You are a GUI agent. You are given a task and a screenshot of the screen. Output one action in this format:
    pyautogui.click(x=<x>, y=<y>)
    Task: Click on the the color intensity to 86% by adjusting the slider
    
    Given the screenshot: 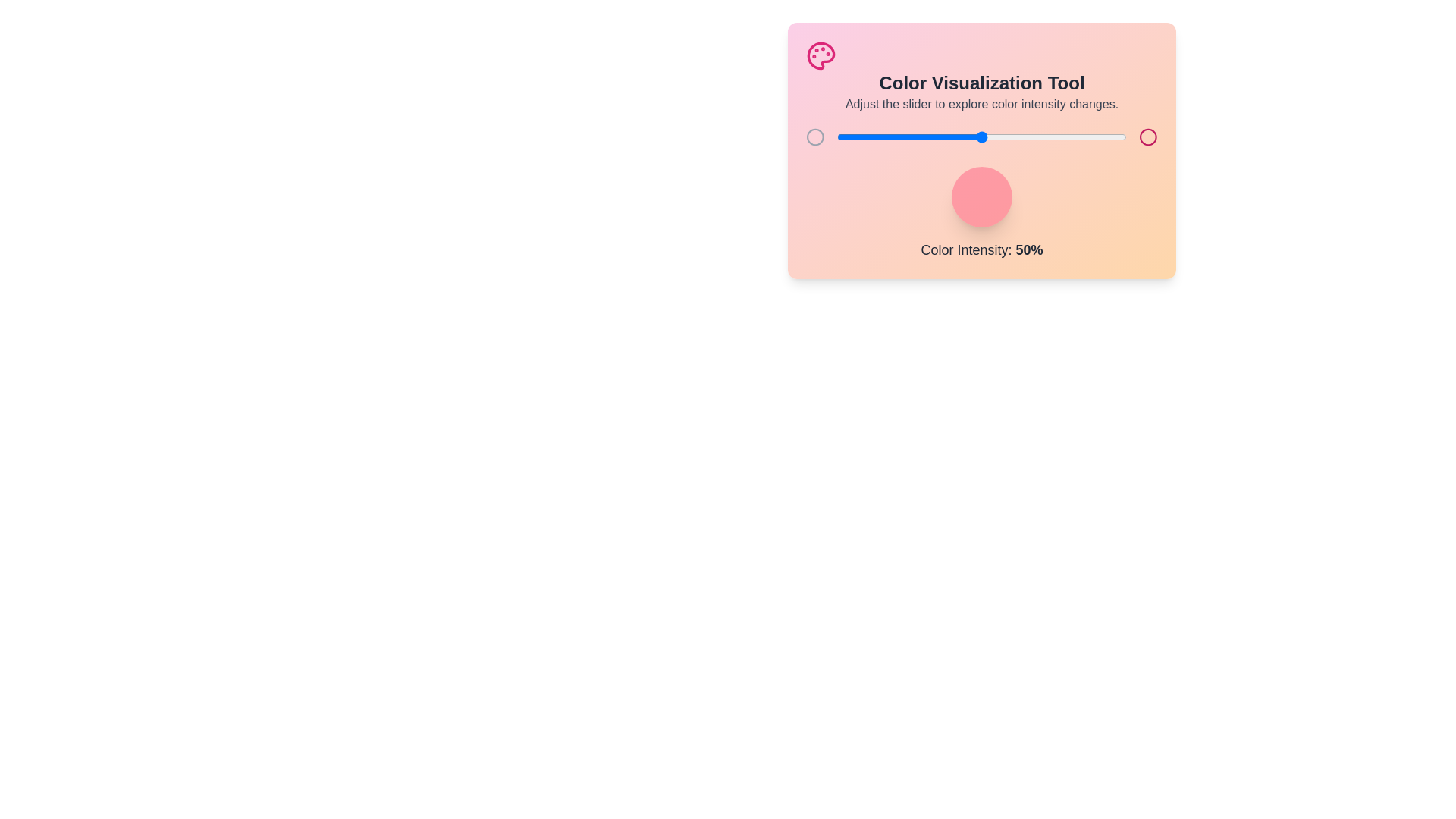 What is the action you would take?
    pyautogui.click(x=1085, y=137)
    